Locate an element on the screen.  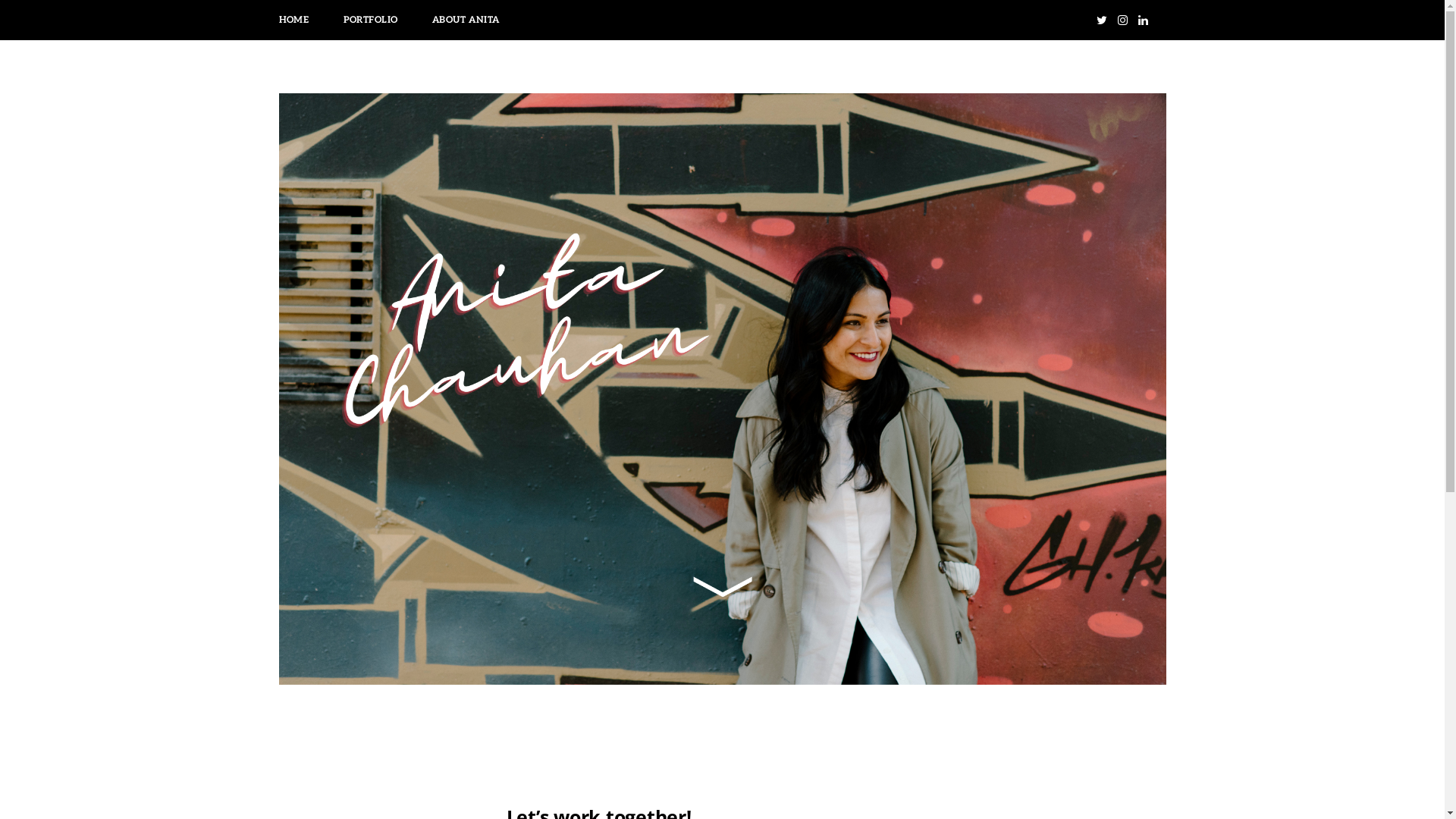
'LinkedIn' is located at coordinates (1142, 20).